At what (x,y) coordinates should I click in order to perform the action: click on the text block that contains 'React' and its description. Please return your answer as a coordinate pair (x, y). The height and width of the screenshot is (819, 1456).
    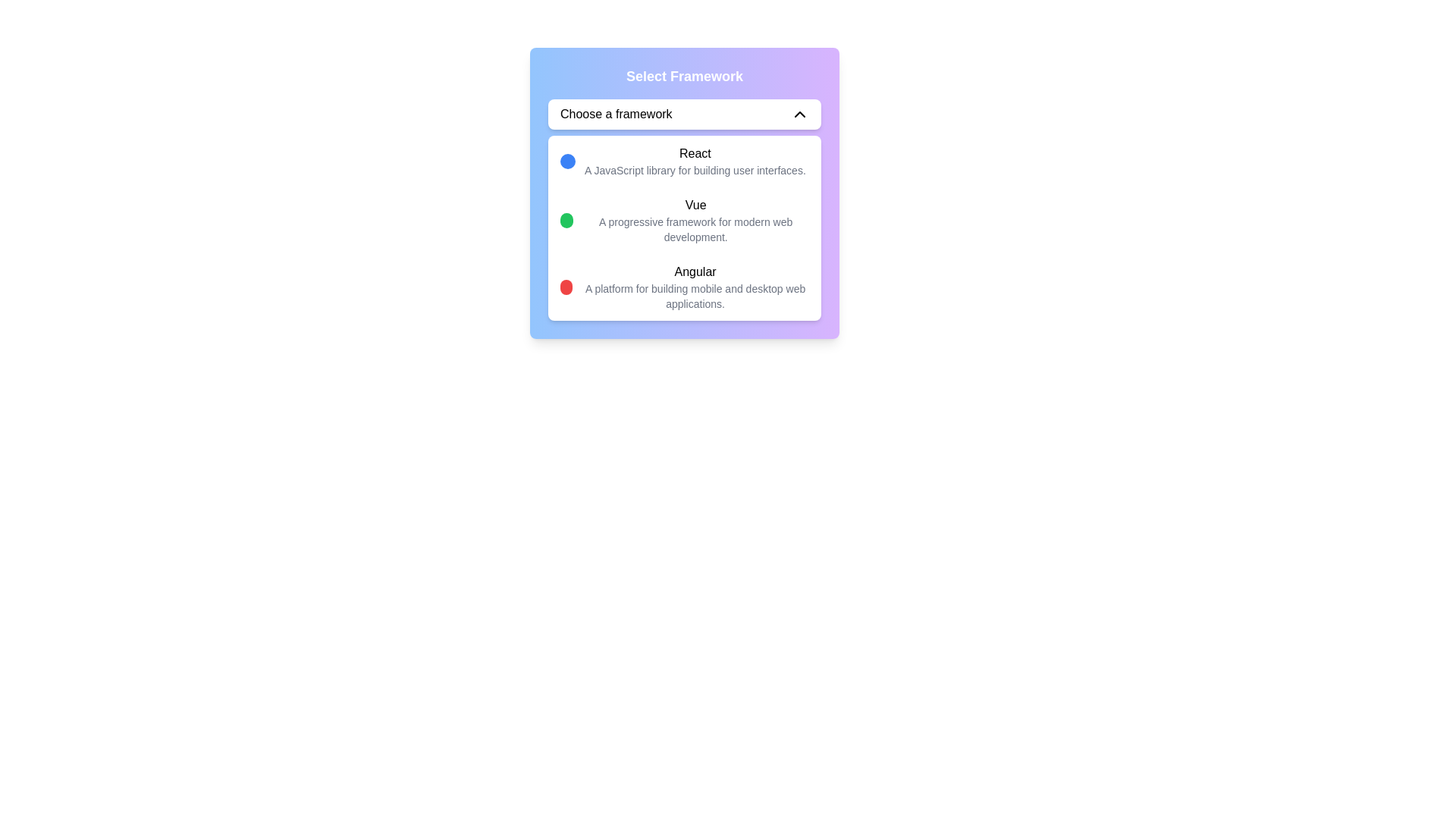
    Looking at the image, I should click on (682, 161).